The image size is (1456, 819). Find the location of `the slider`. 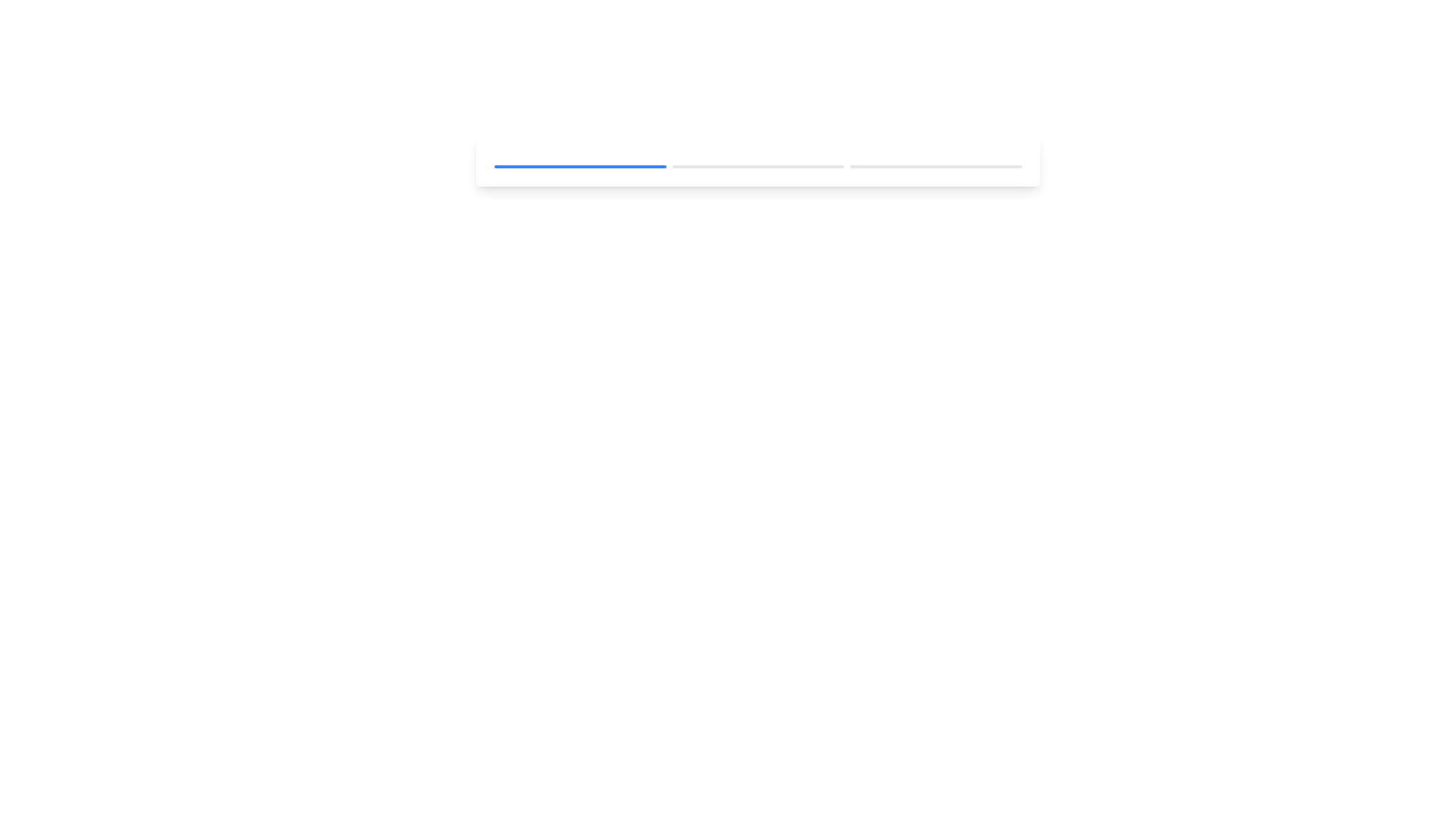

the slider is located at coordinates (783, 166).